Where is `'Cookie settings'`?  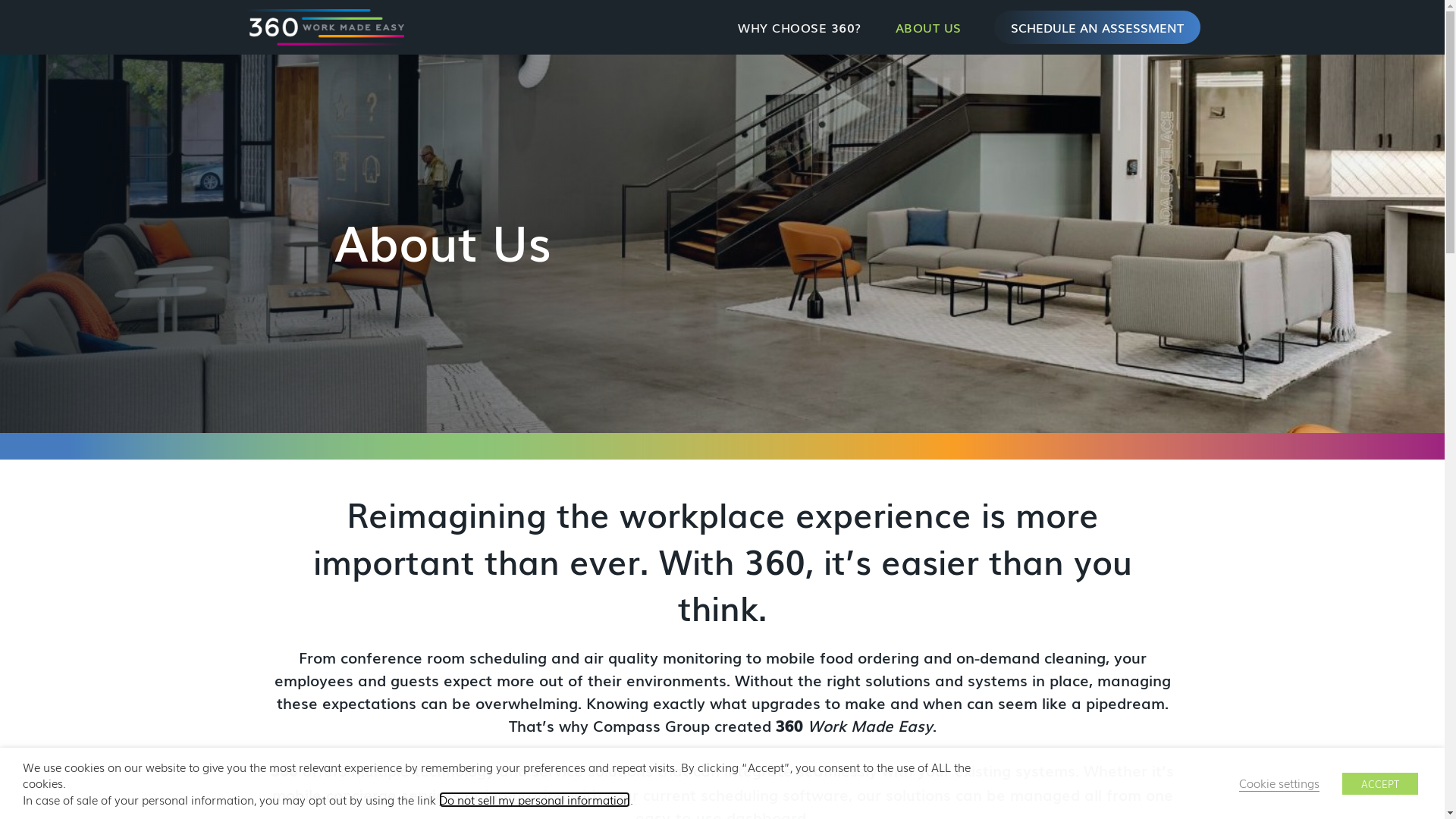
'Cookie settings' is located at coordinates (1278, 783).